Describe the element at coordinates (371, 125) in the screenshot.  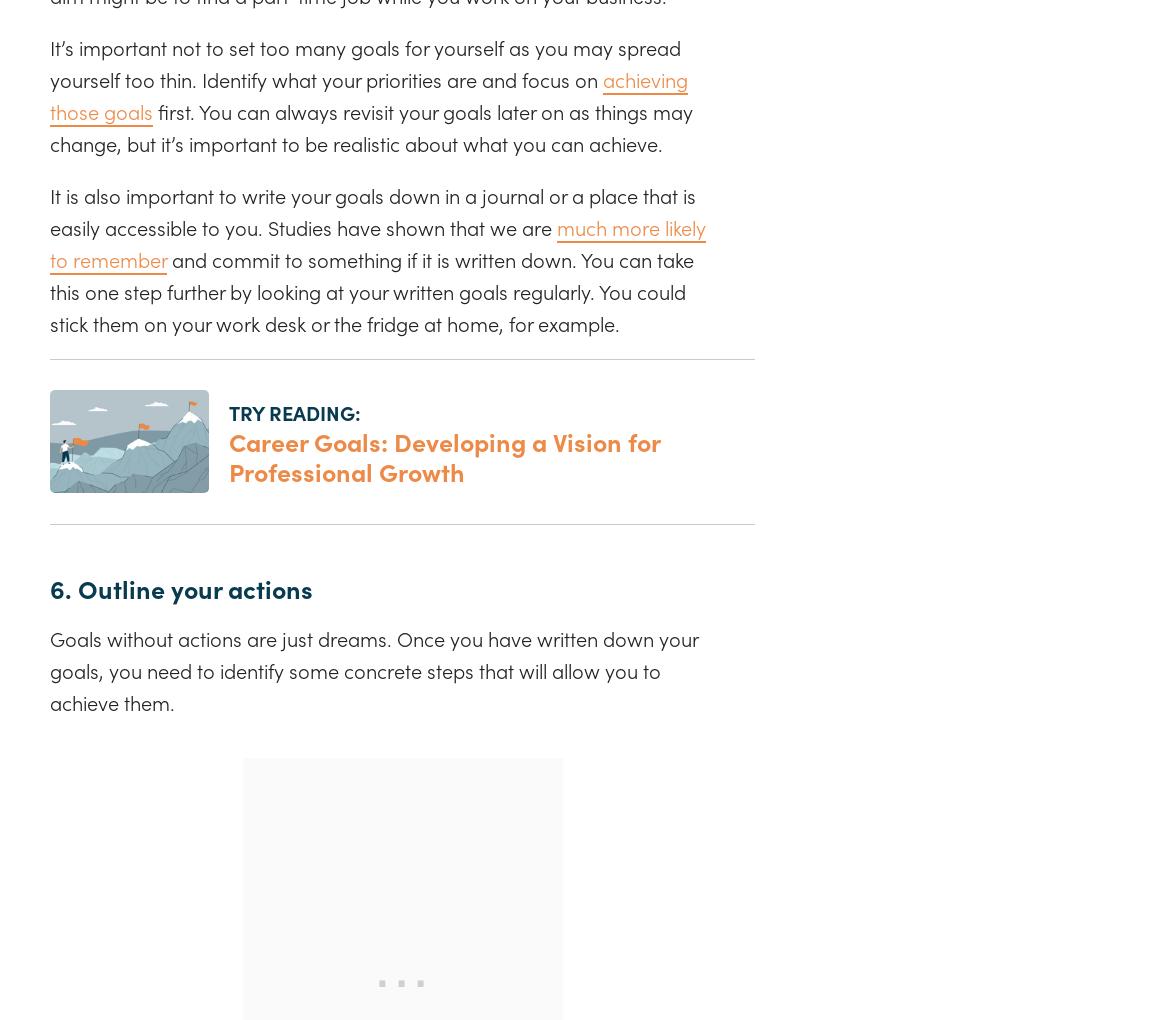
I see `'first. You can always revisit your goals later on as things may change, but it’s important to be realistic about what you can achieve.'` at that location.